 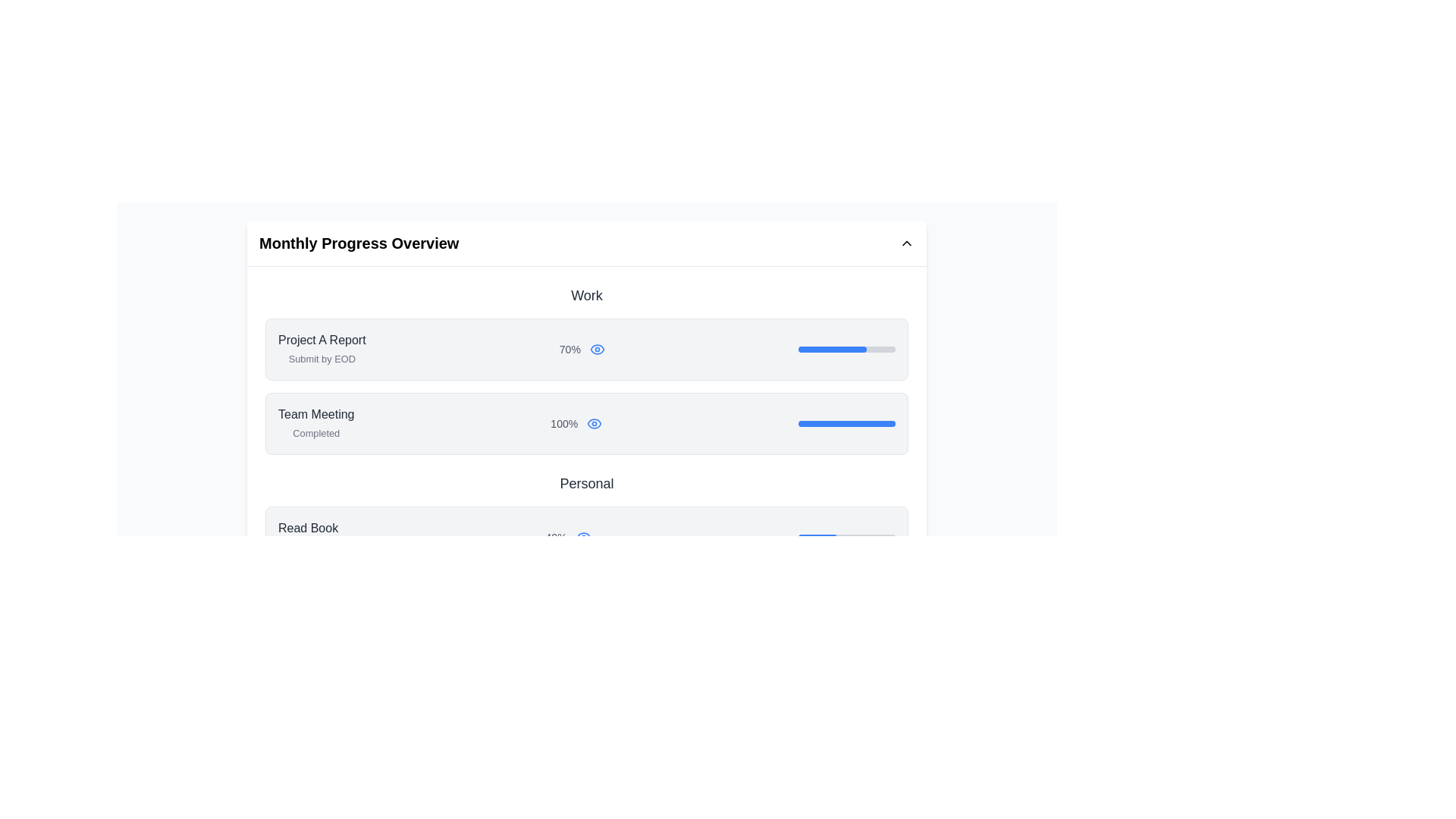 I want to click on the static text label displaying '100%' which is styled in a small-sized, gray font and is part of the 'Team Meeting' progress section within the 'Work' group of tasks, so click(x=563, y=424).